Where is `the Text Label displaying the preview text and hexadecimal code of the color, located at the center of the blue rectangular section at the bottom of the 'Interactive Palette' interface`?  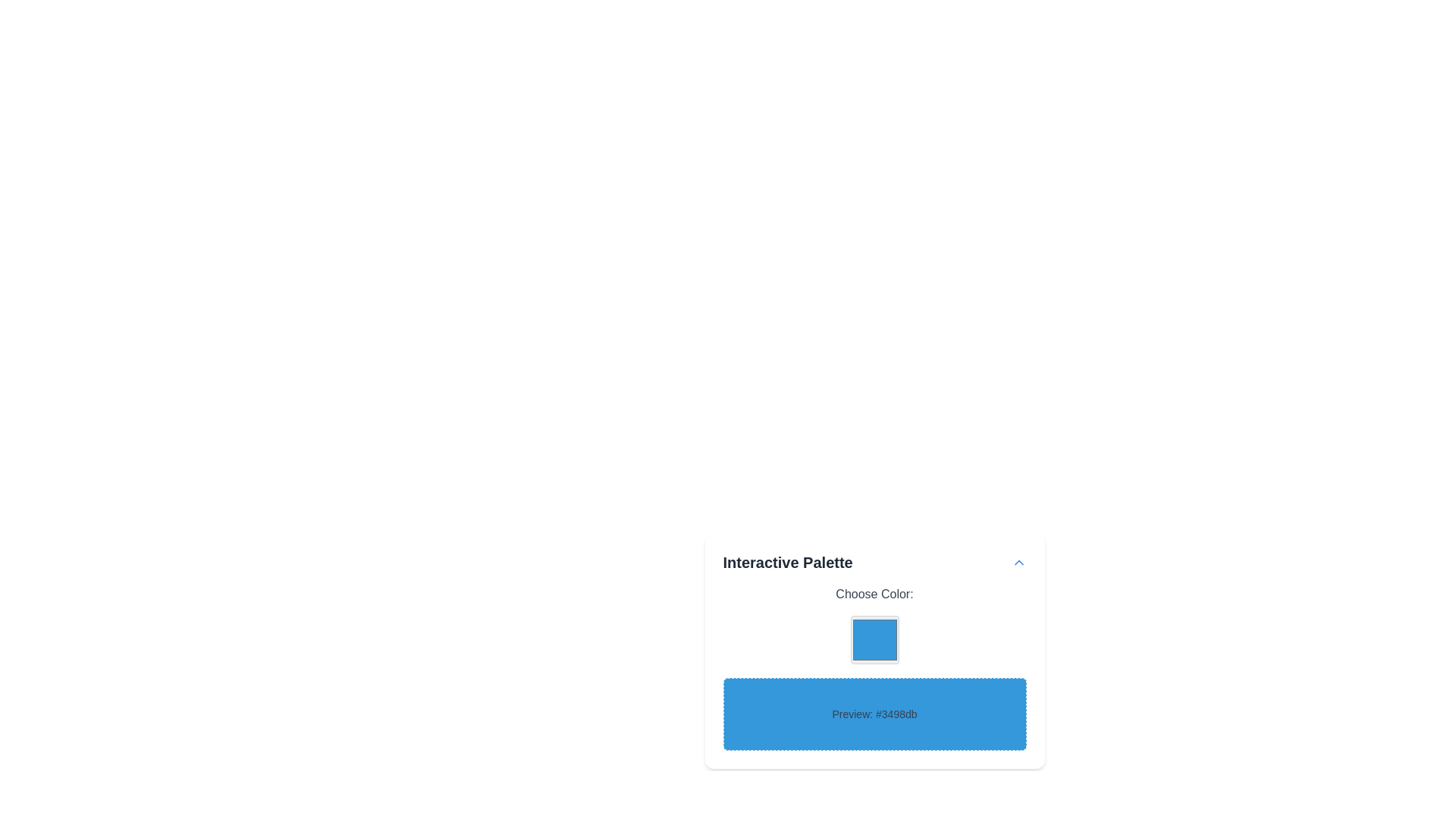
the Text Label displaying the preview text and hexadecimal code of the color, located at the center of the blue rectangular section at the bottom of the 'Interactive Palette' interface is located at coordinates (874, 714).